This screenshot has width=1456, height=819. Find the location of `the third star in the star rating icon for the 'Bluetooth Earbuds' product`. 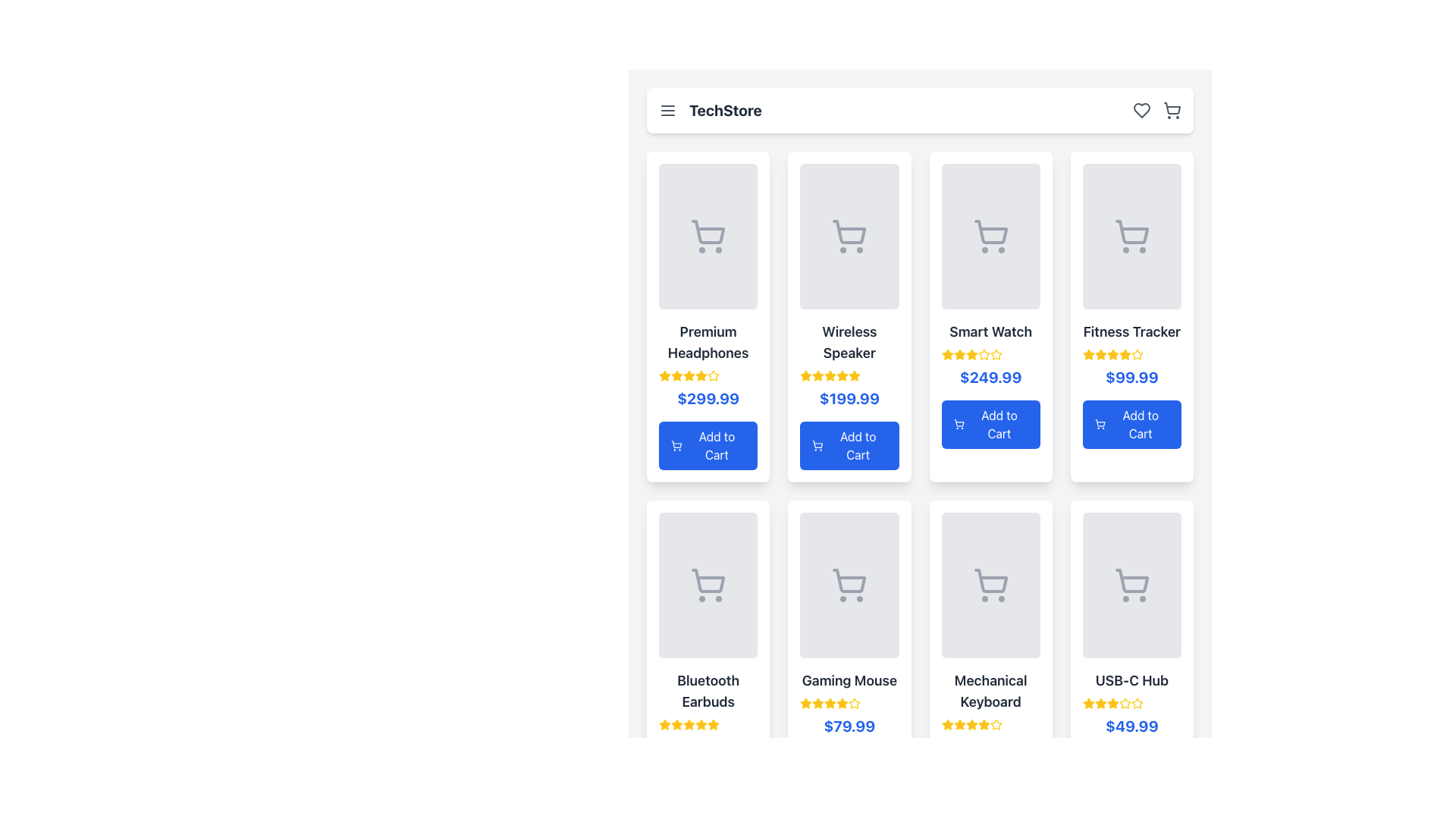

the third star in the star rating icon for the 'Bluetooth Earbuds' product is located at coordinates (701, 723).